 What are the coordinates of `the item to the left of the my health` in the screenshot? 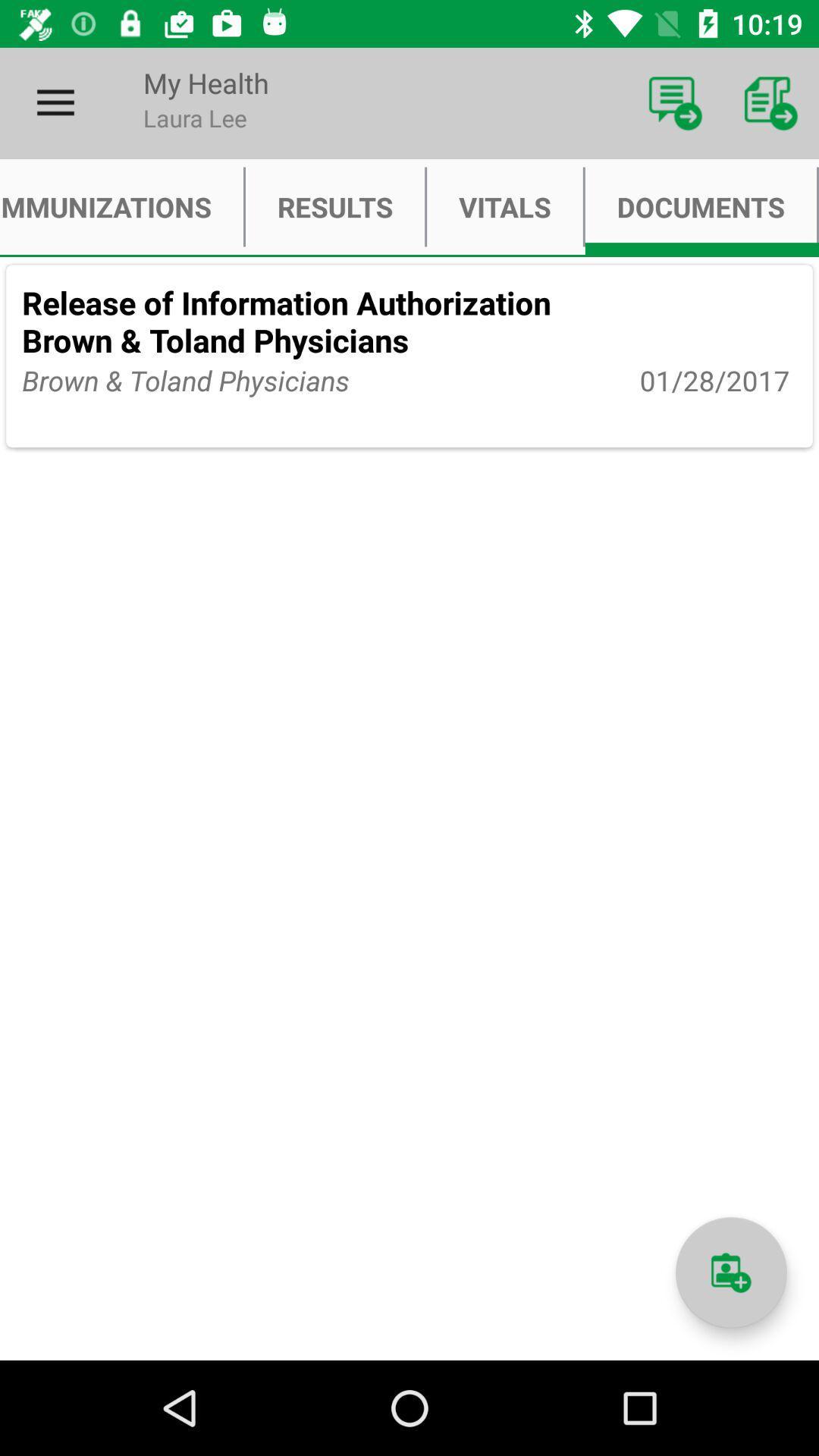 It's located at (55, 102).